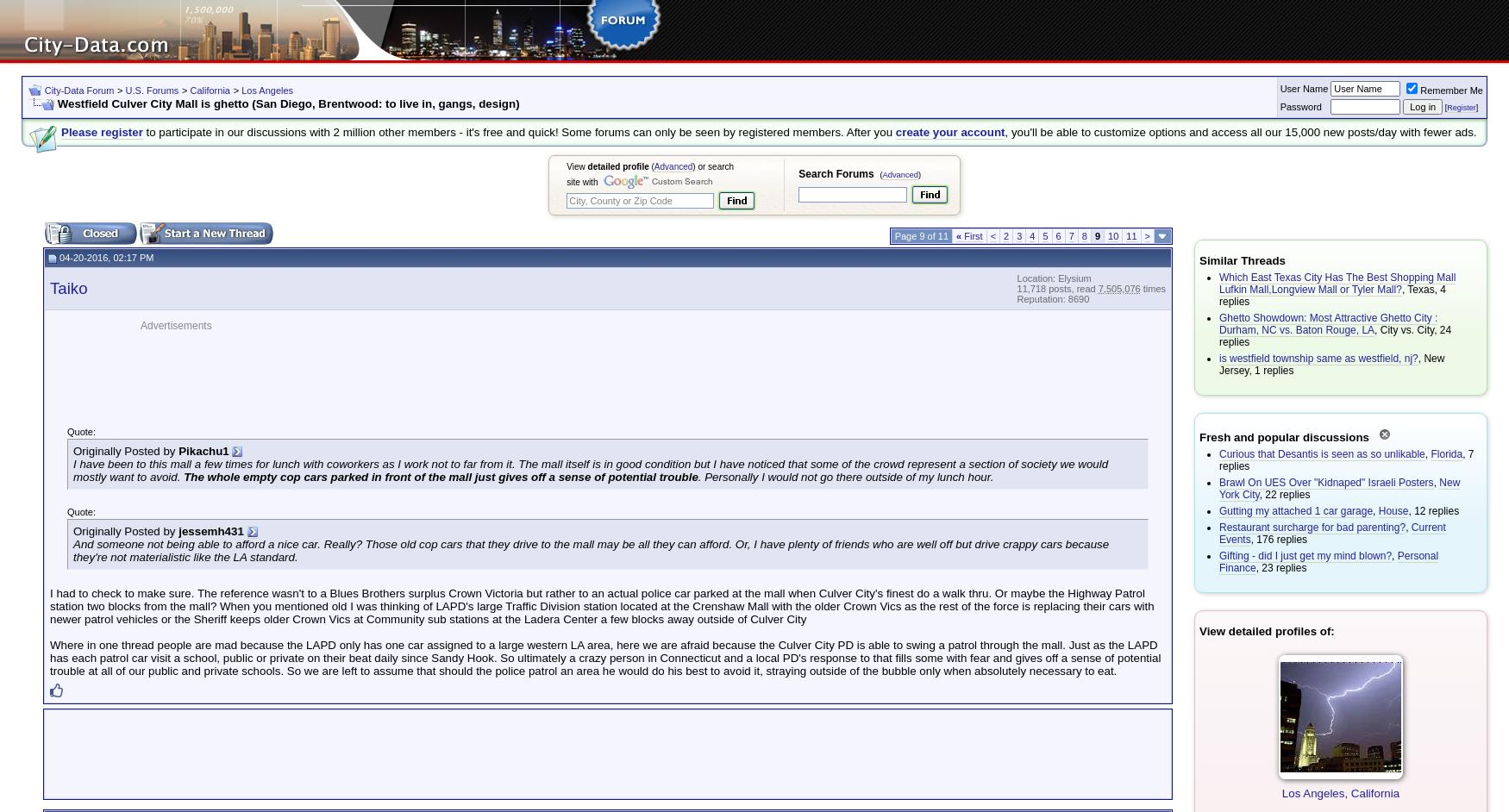 Image resolution: width=1509 pixels, height=812 pixels. I want to click on 'Brawl On UES Over "Kidnaped" Israeli Posters', so click(1325, 482).